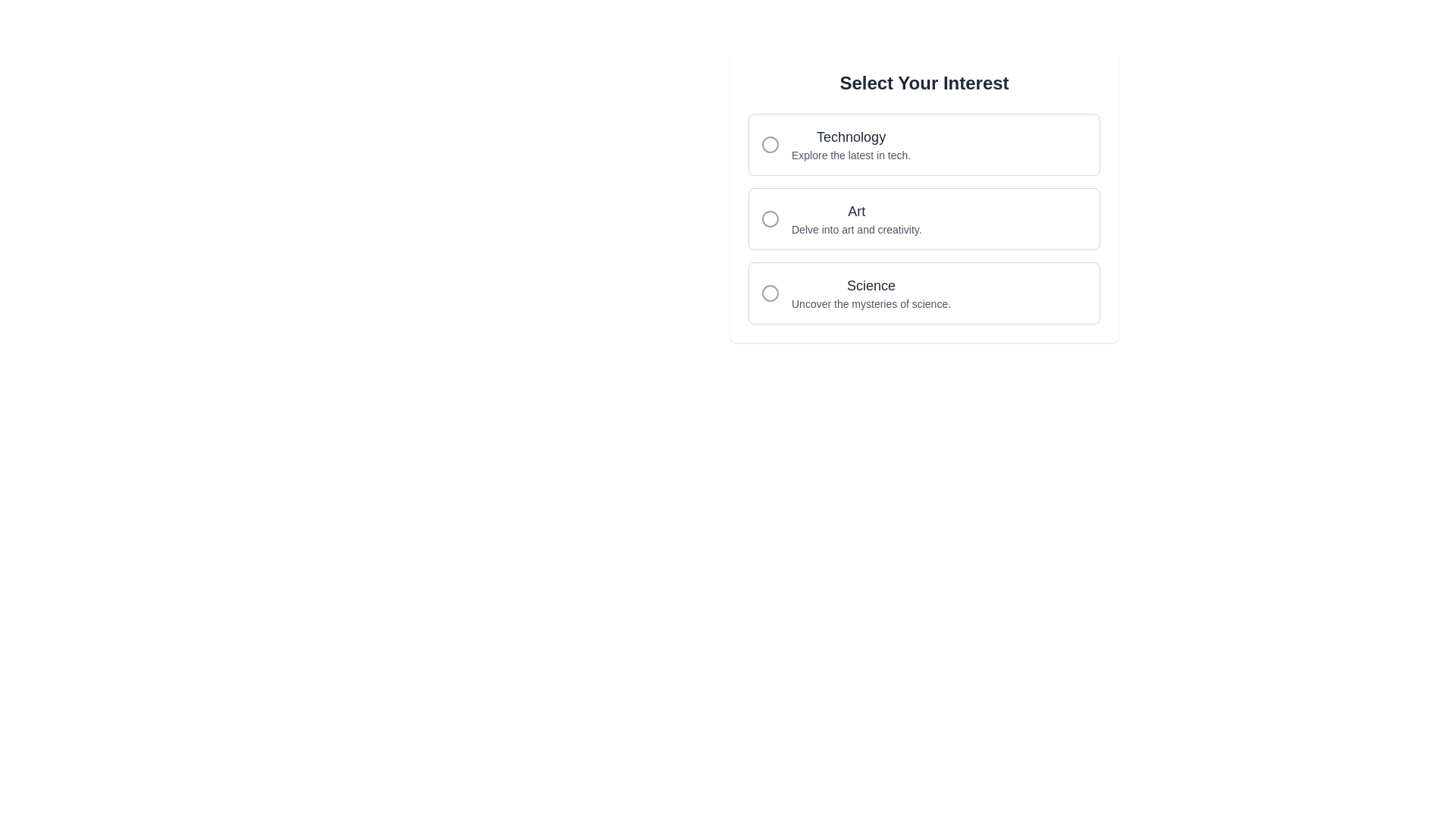  Describe the element at coordinates (856, 211) in the screenshot. I see `the text label displaying 'Art', which is styled with a large, bold, dark gray font and located above the subtitle in the second option card of the 'Select Your Interest' section` at that location.